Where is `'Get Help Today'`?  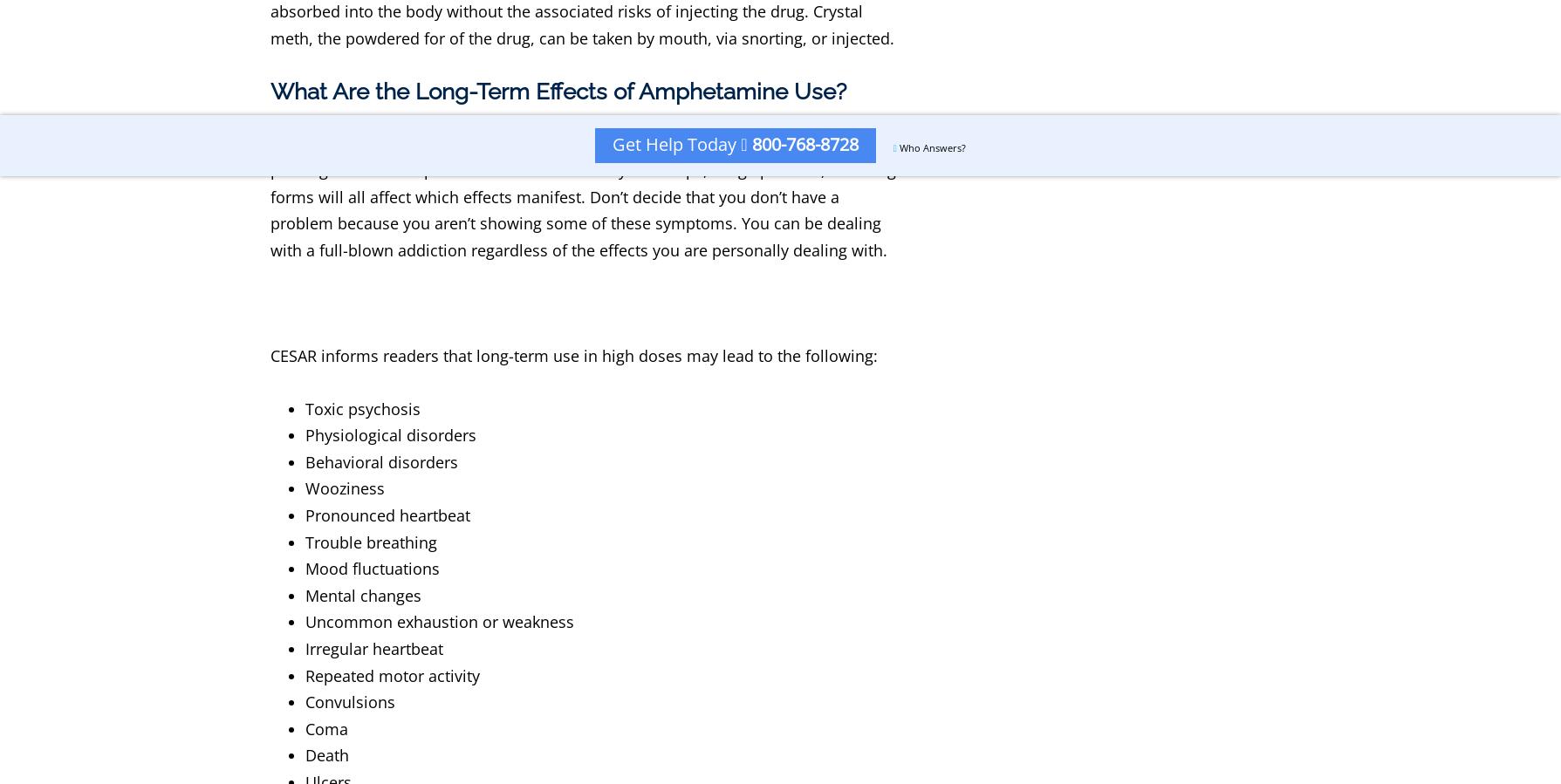 'Get Help Today' is located at coordinates (613, 144).